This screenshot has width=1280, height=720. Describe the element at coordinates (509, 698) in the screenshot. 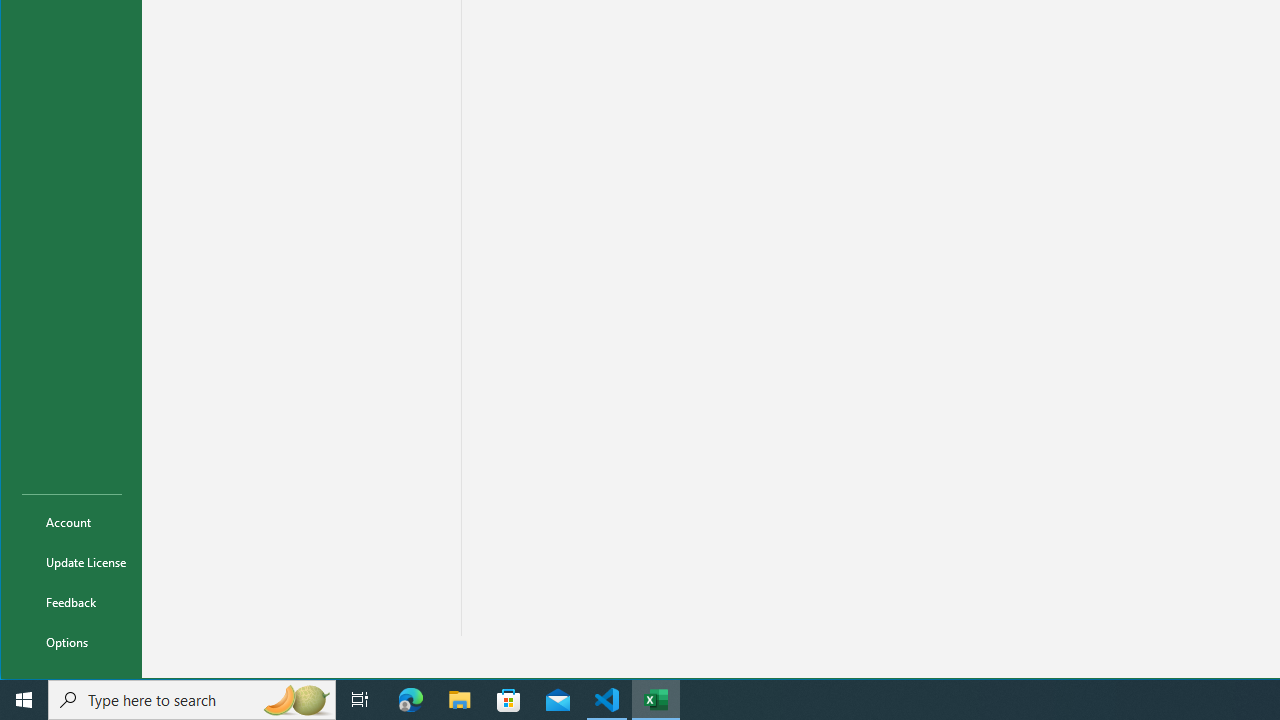

I see `'Microsoft Store'` at that location.